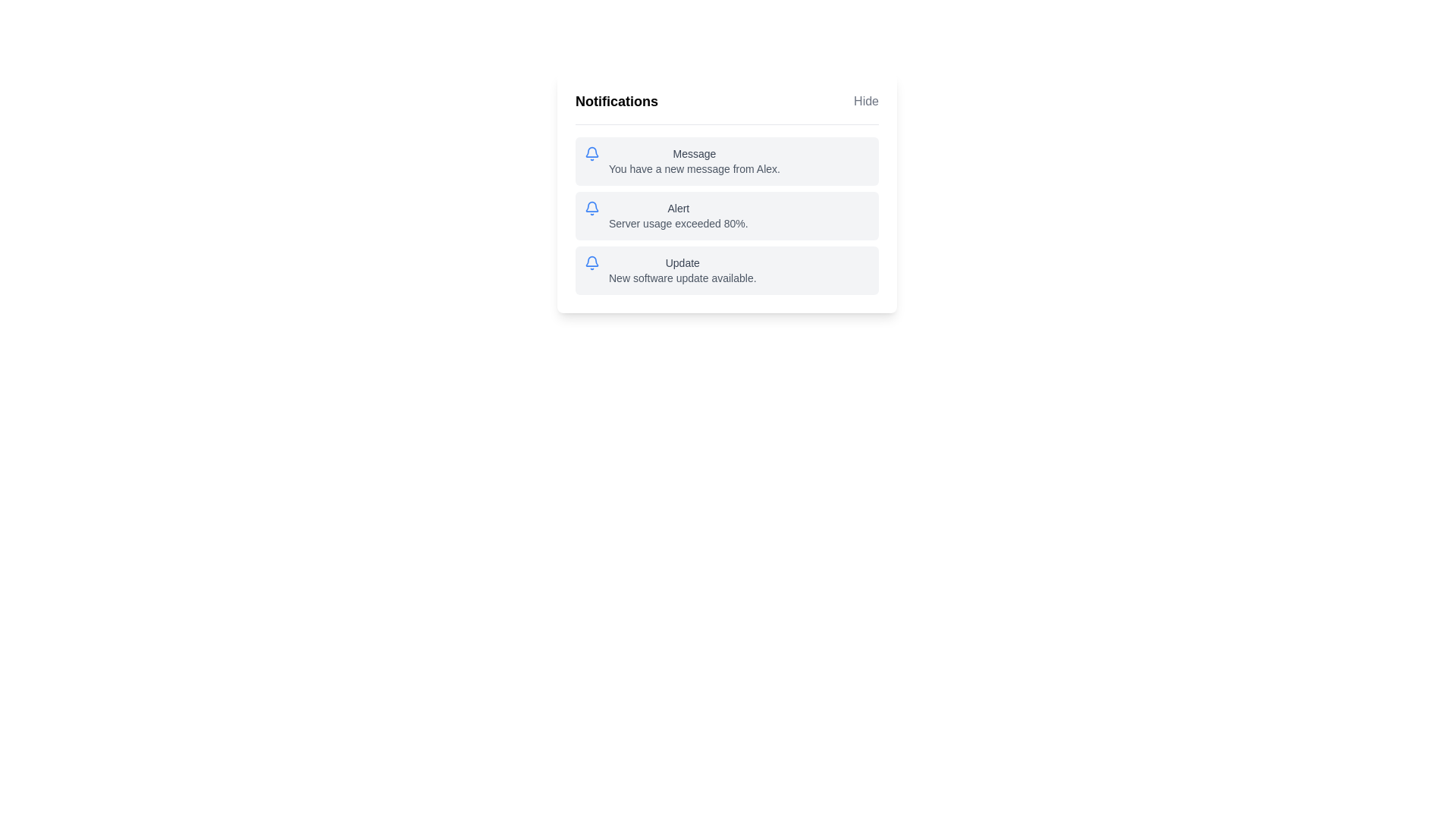 This screenshot has width=1456, height=819. I want to click on notification message displayed in the second notification block, which contains the alert 'Server usage exceeded 80%.', so click(726, 192).